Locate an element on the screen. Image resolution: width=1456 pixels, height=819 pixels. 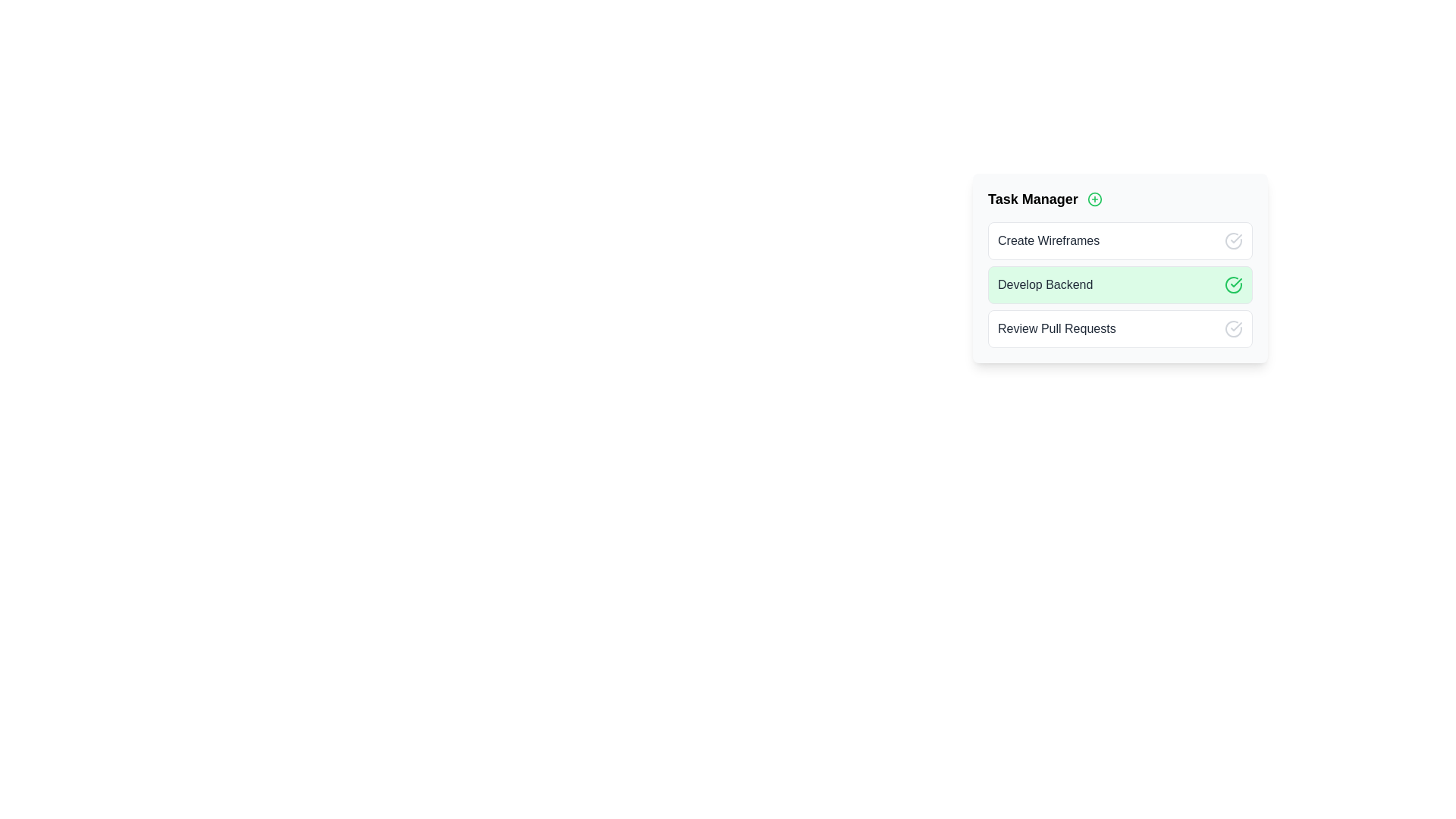
the checkbox styled button indicating the completion state for the task 'Develop Backend' is located at coordinates (1234, 284).